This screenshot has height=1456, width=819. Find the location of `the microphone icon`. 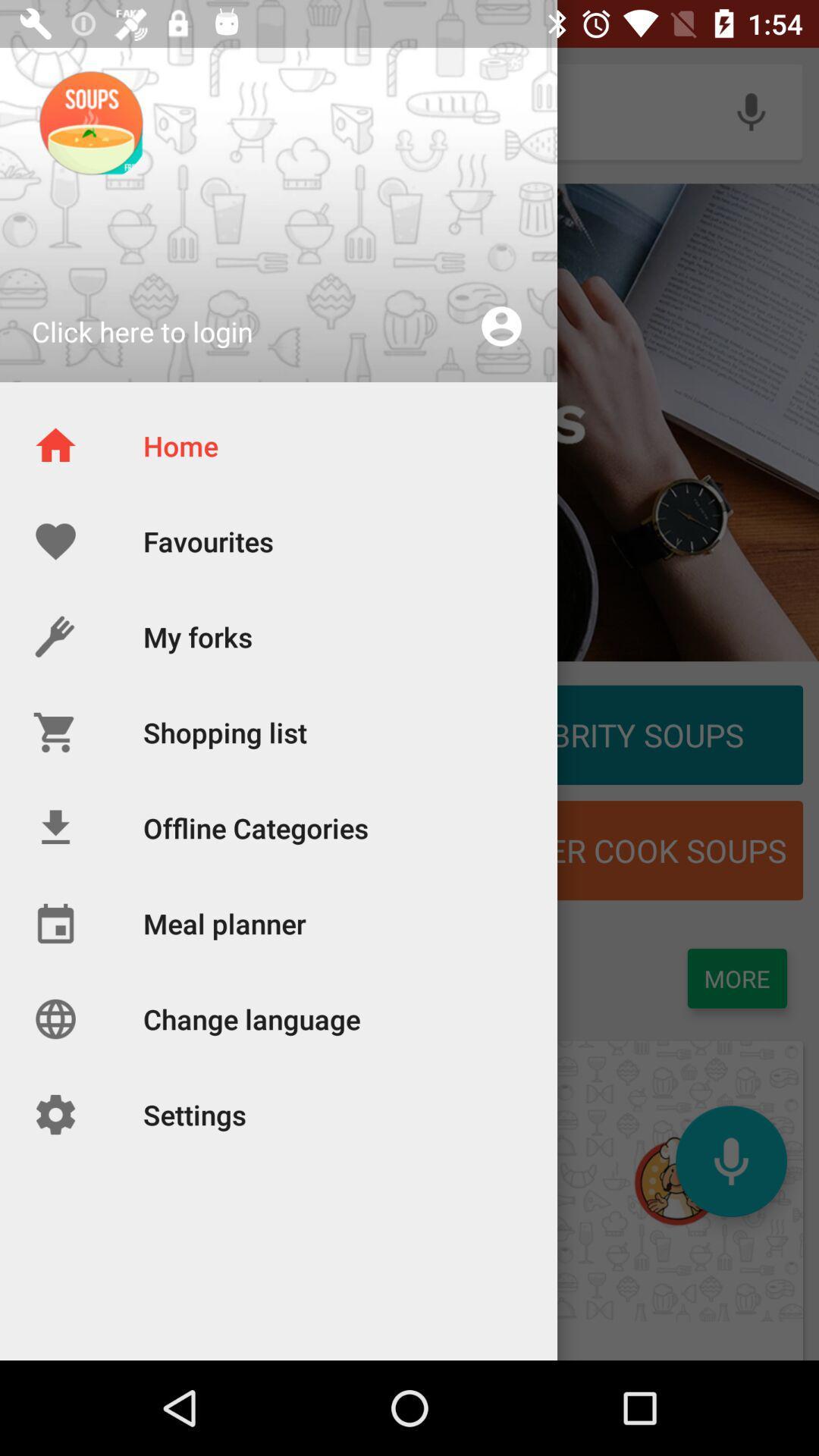

the microphone icon is located at coordinates (751, 111).